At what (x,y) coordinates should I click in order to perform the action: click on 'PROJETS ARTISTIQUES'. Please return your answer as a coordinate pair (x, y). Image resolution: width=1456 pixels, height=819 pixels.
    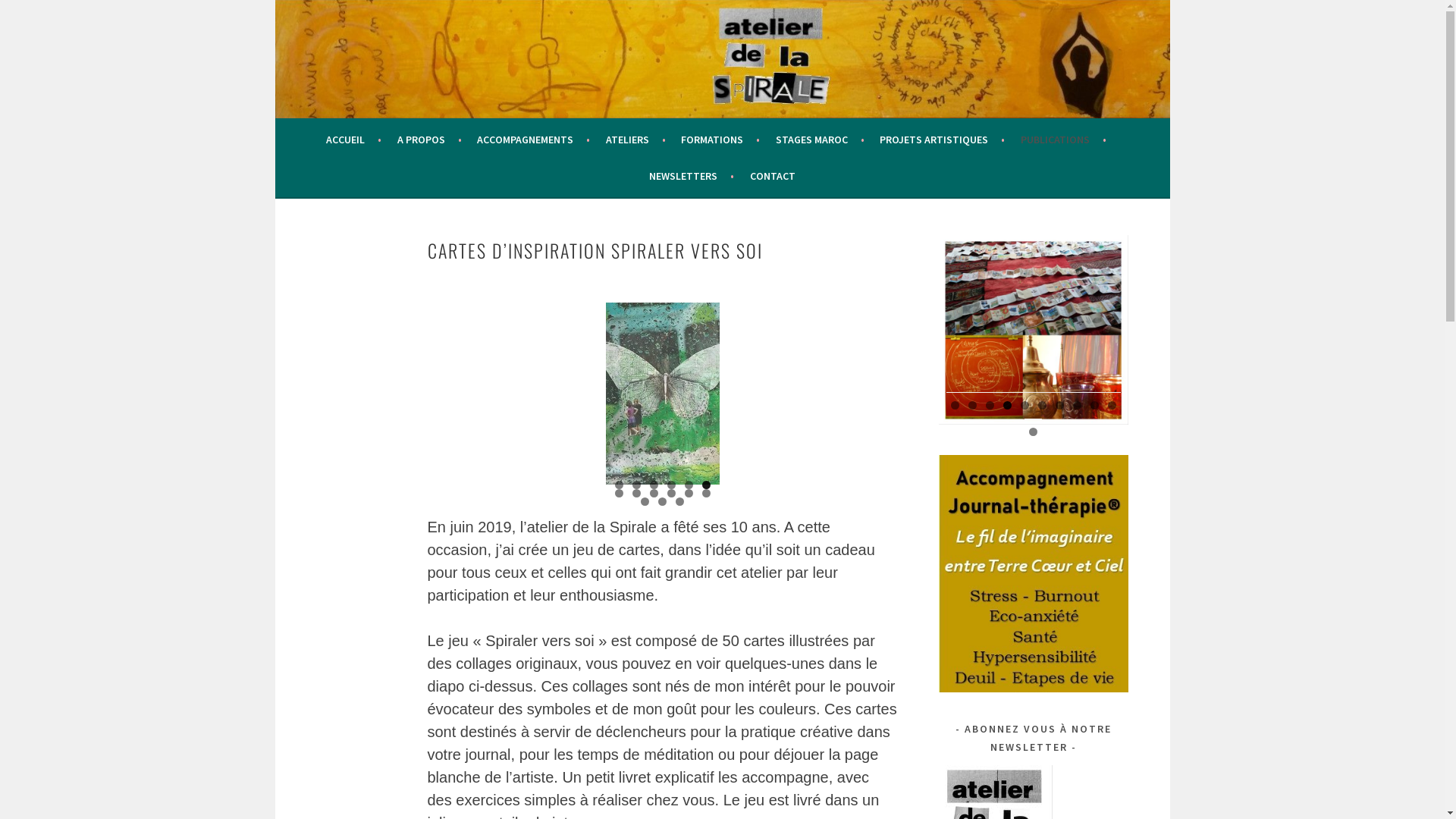
    Looking at the image, I should click on (941, 140).